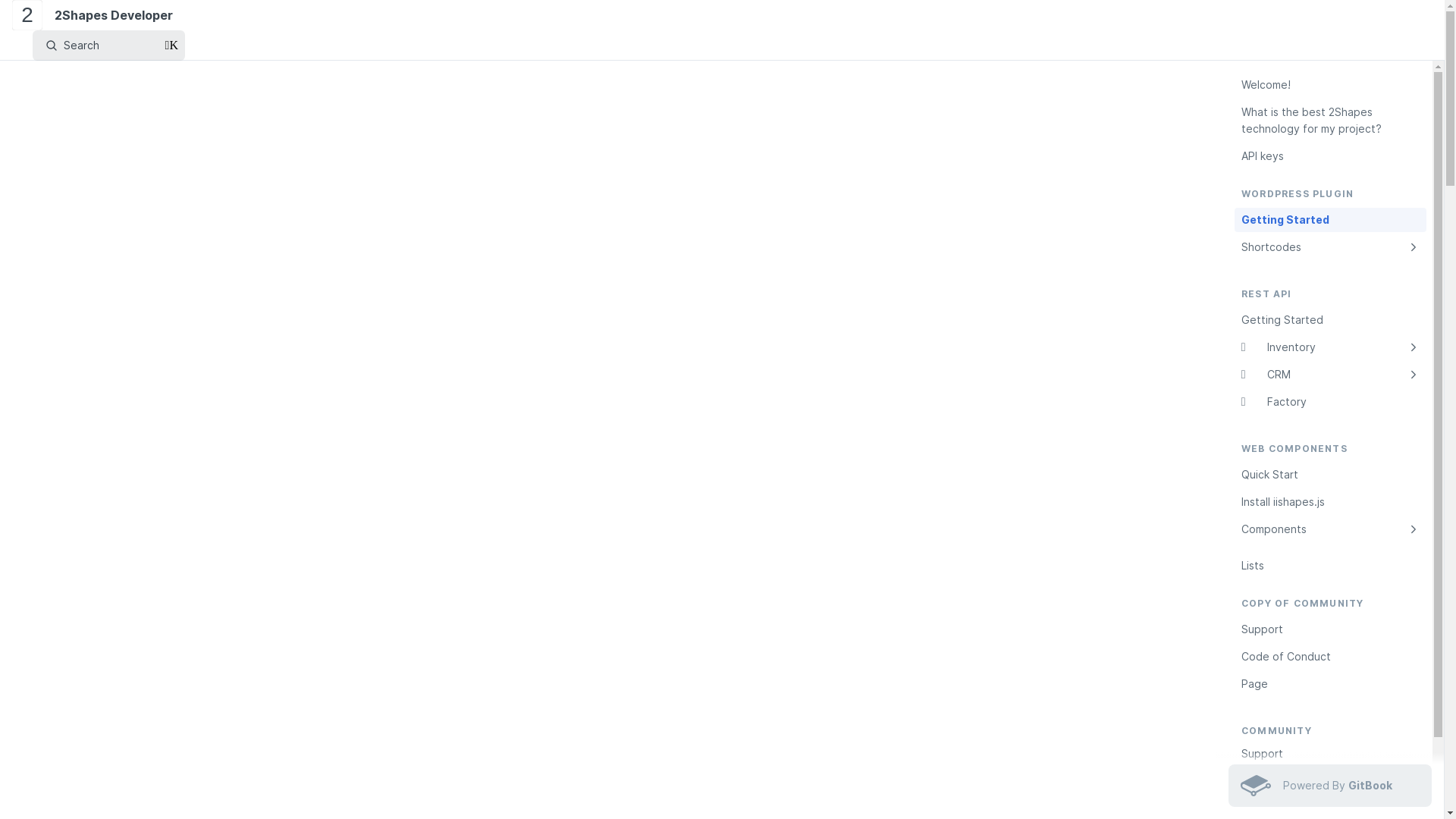 This screenshot has height=819, width=1456. What do you see at coordinates (1329, 318) in the screenshot?
I see `'Getting Started'` at bounding box center [1329, 318].